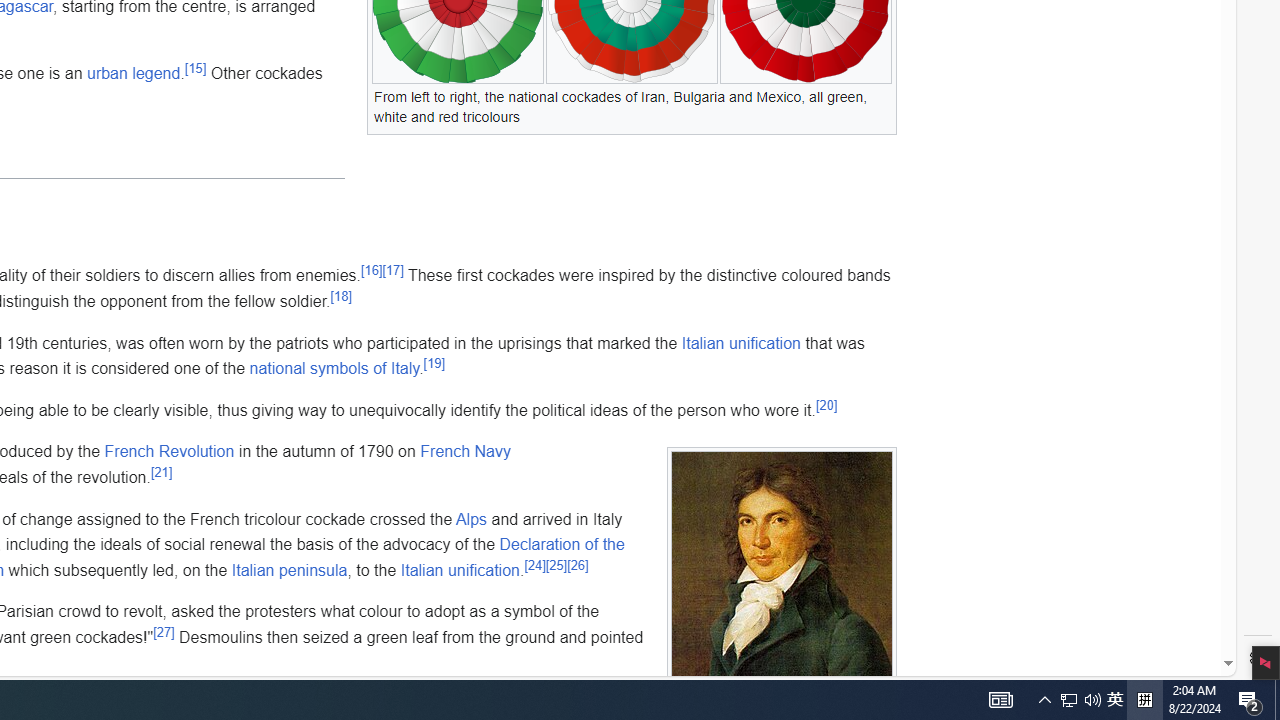 This screenshot has width=1280, height=720. I want to click on '[27]', so click(164, 632).